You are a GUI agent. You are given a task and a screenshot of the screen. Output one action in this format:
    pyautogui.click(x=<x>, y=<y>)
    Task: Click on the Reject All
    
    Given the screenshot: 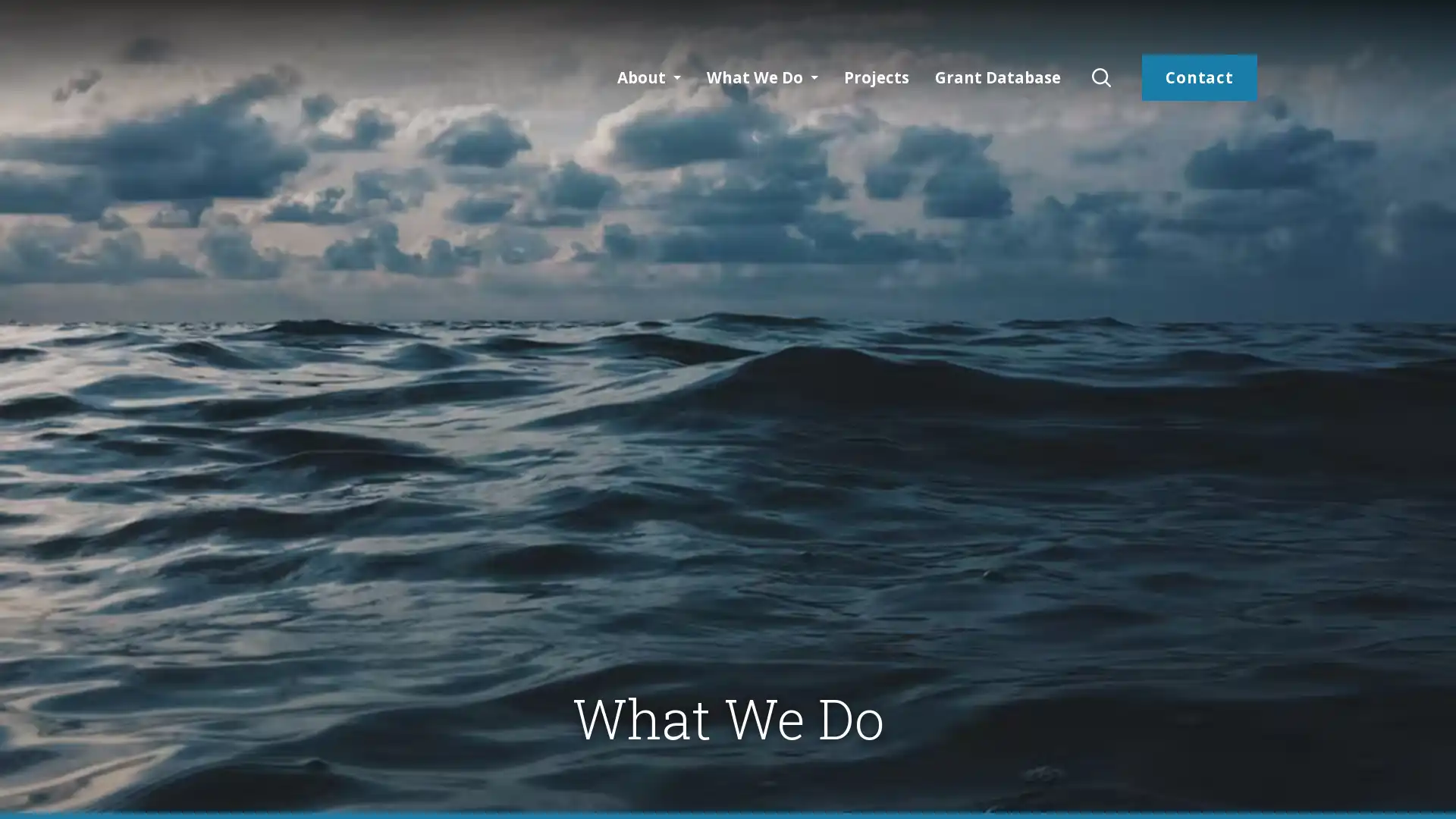 What is the action you would take?
    pyautogui.click(x=1294, y=788)
    